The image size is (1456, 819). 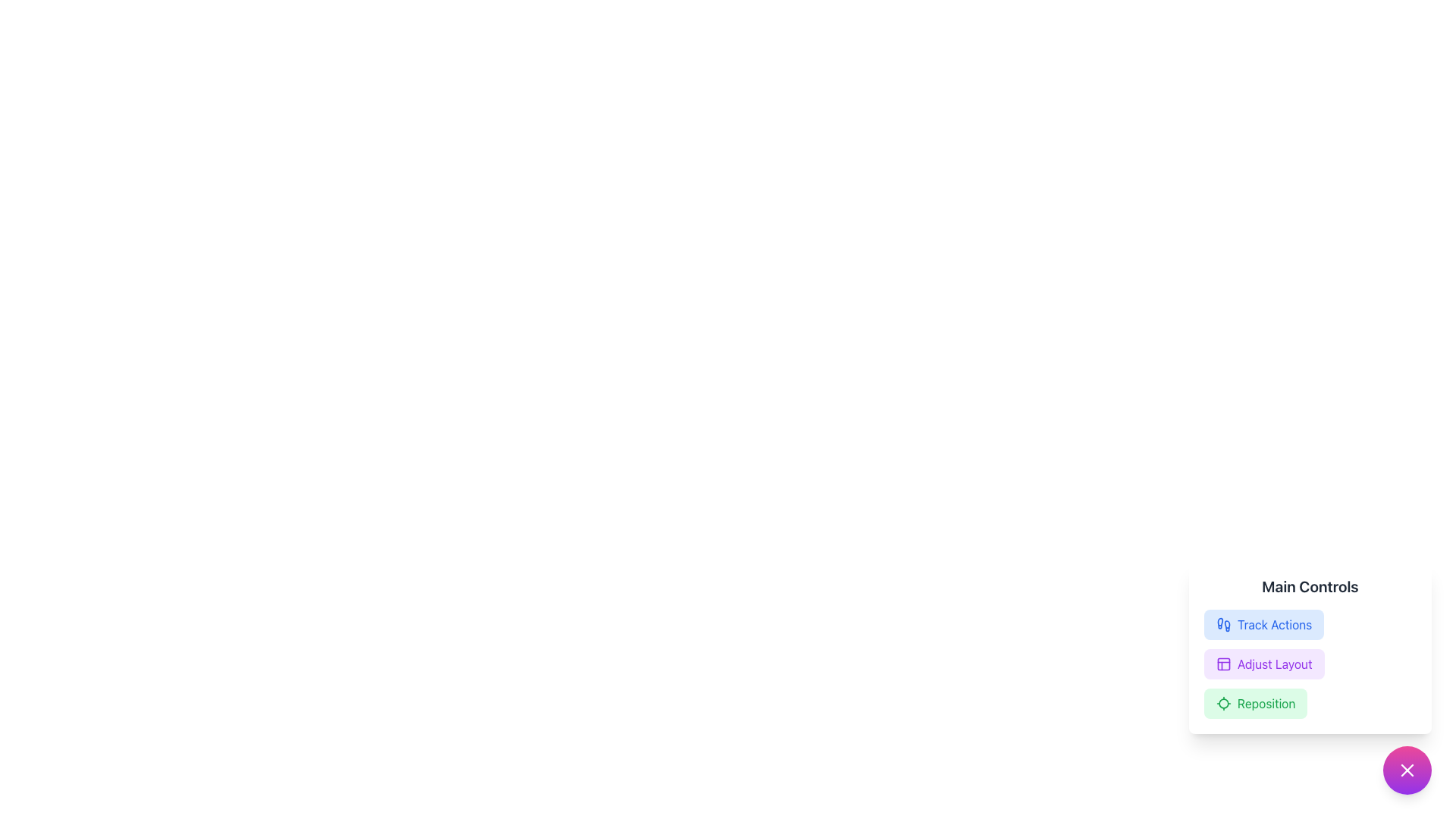 I want to click on the blue outlined footprints icon located to the left of the 'Track Actions' text within the rounded rectangular button in the 'Main Controls' panel, so click(x=1223, y=625).